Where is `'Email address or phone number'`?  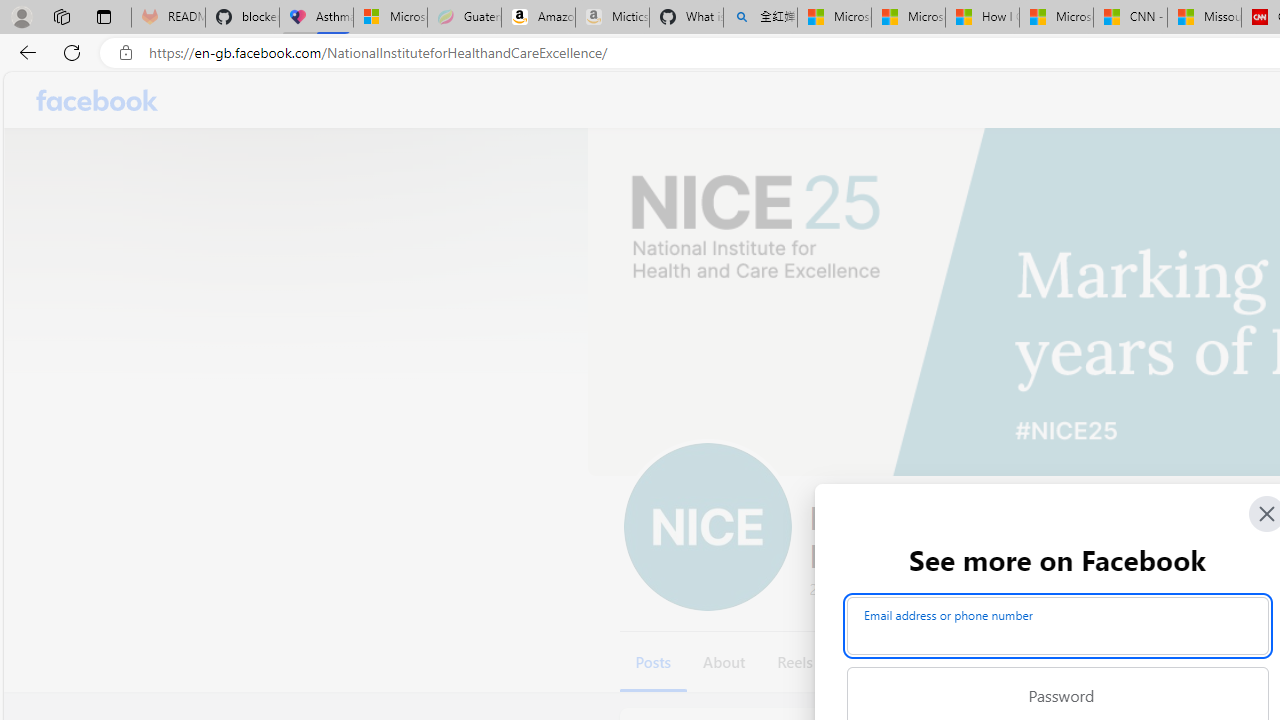 'Email address or phone number' is located at coordinates (1056, 625).